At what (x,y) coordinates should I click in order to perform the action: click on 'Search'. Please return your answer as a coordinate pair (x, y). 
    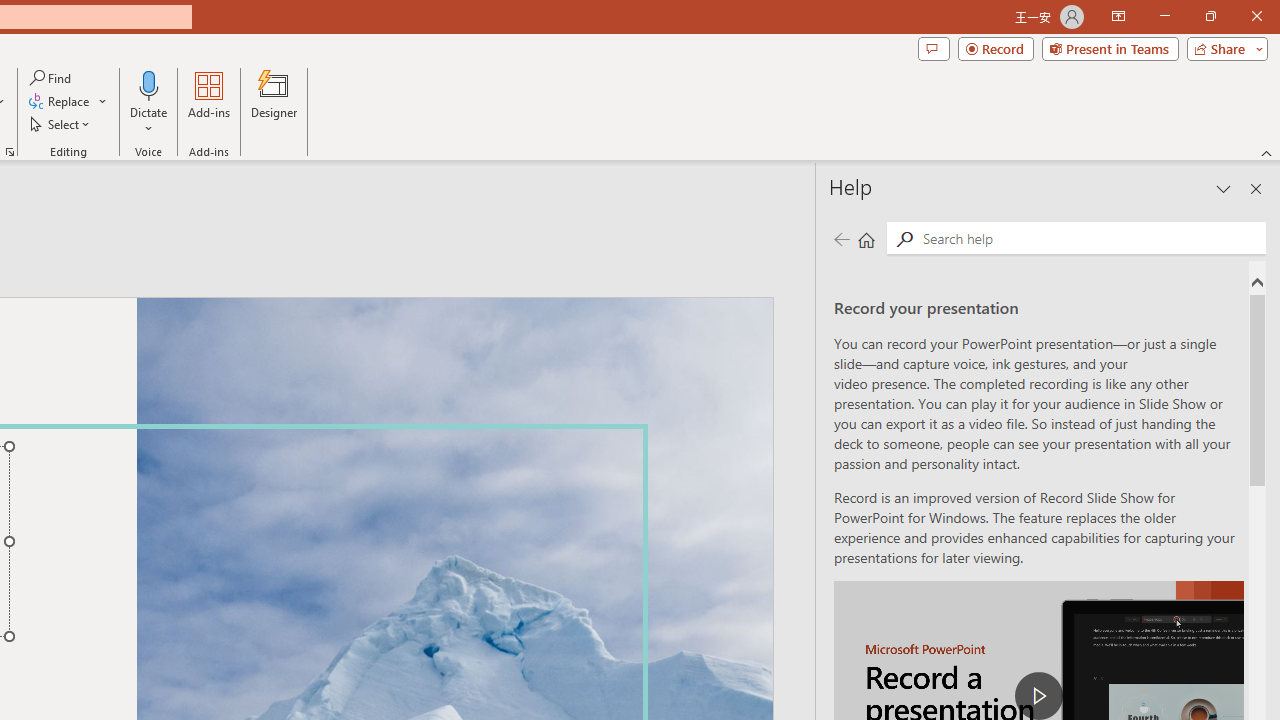
    Looking at the image, I should click on (903, 238).